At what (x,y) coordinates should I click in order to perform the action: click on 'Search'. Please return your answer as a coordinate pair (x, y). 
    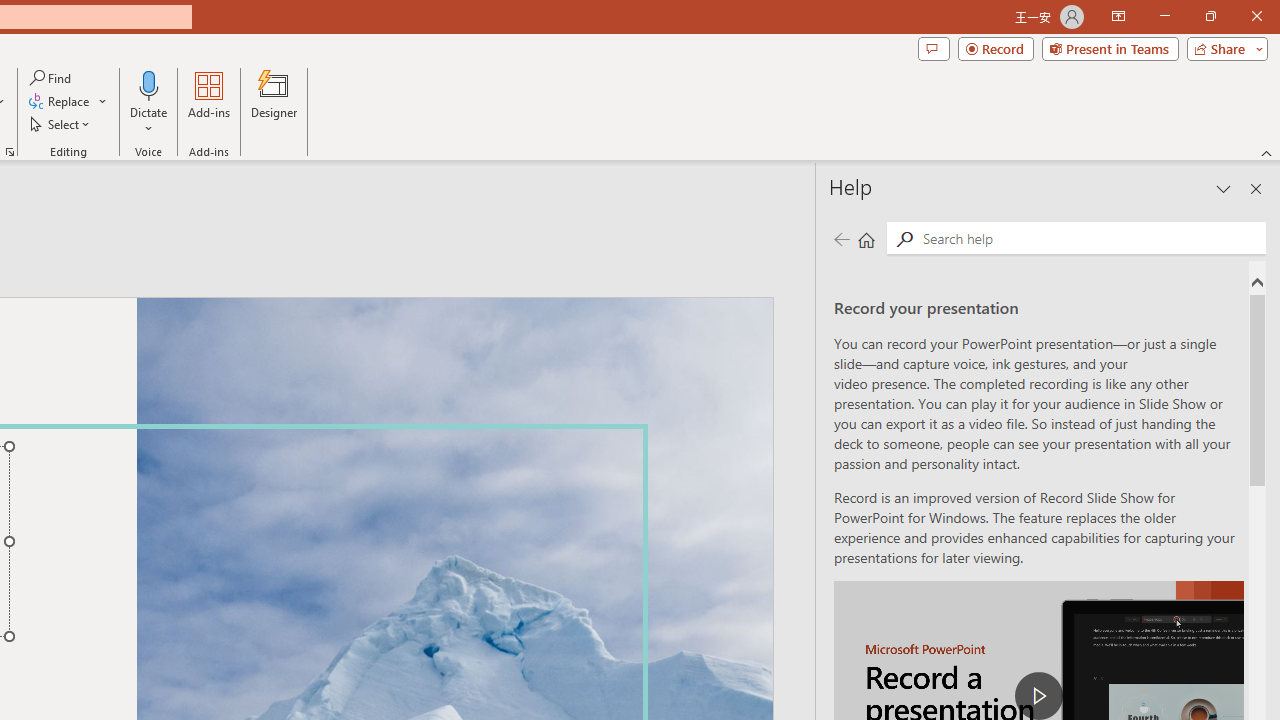
    Looking at the image, I should click on (903, 238).